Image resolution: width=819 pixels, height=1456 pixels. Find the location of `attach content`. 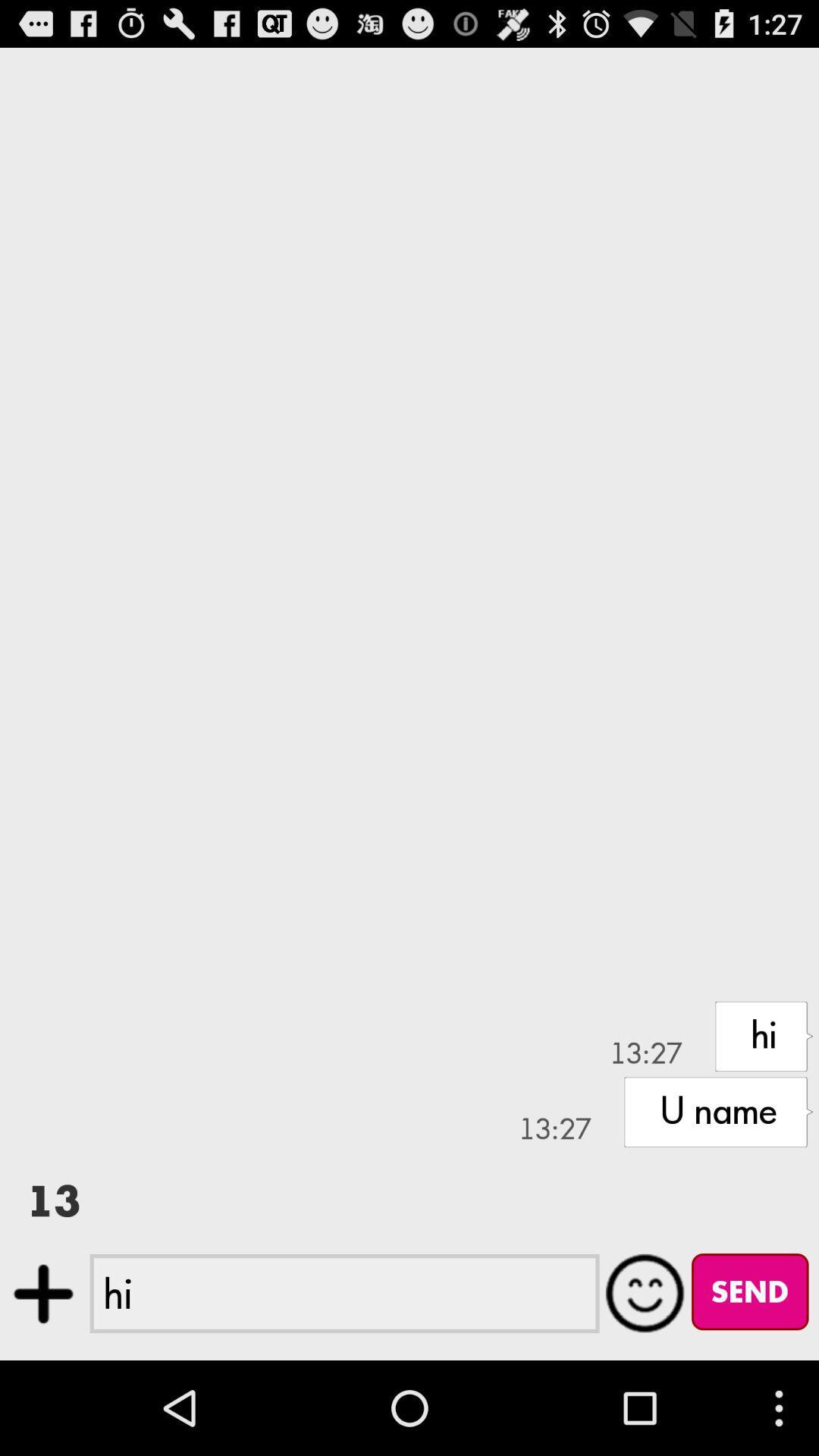

attach content is located at coordinates (42, 1293).